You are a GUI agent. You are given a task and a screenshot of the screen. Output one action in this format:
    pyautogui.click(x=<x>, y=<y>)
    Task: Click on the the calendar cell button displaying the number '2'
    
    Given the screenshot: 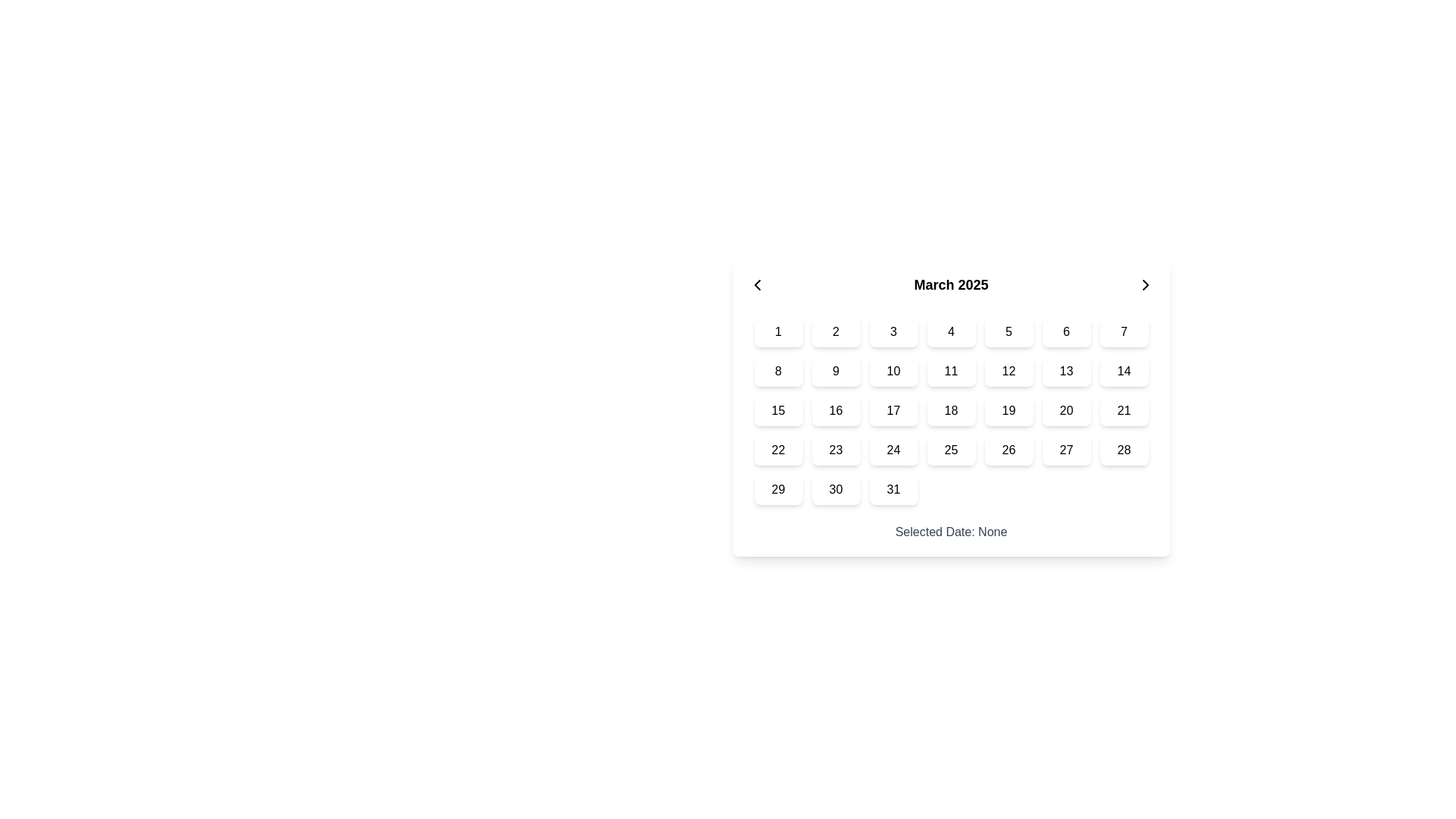 What is the action you would take?
    pyautogui.click(x=835, y=331)
    